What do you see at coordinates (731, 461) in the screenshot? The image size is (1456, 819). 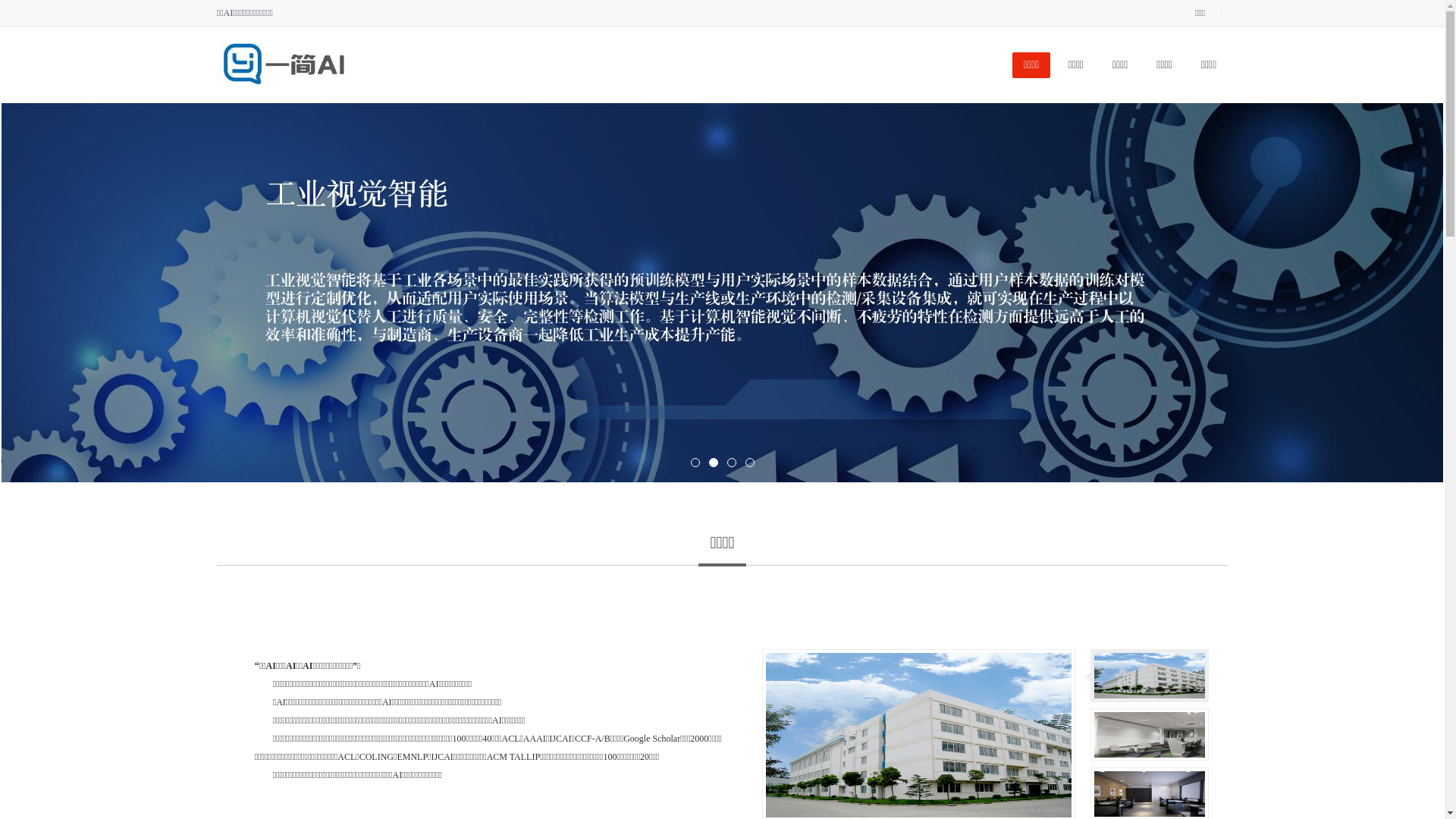 I see `'3'` at bounding box center [731, 461].